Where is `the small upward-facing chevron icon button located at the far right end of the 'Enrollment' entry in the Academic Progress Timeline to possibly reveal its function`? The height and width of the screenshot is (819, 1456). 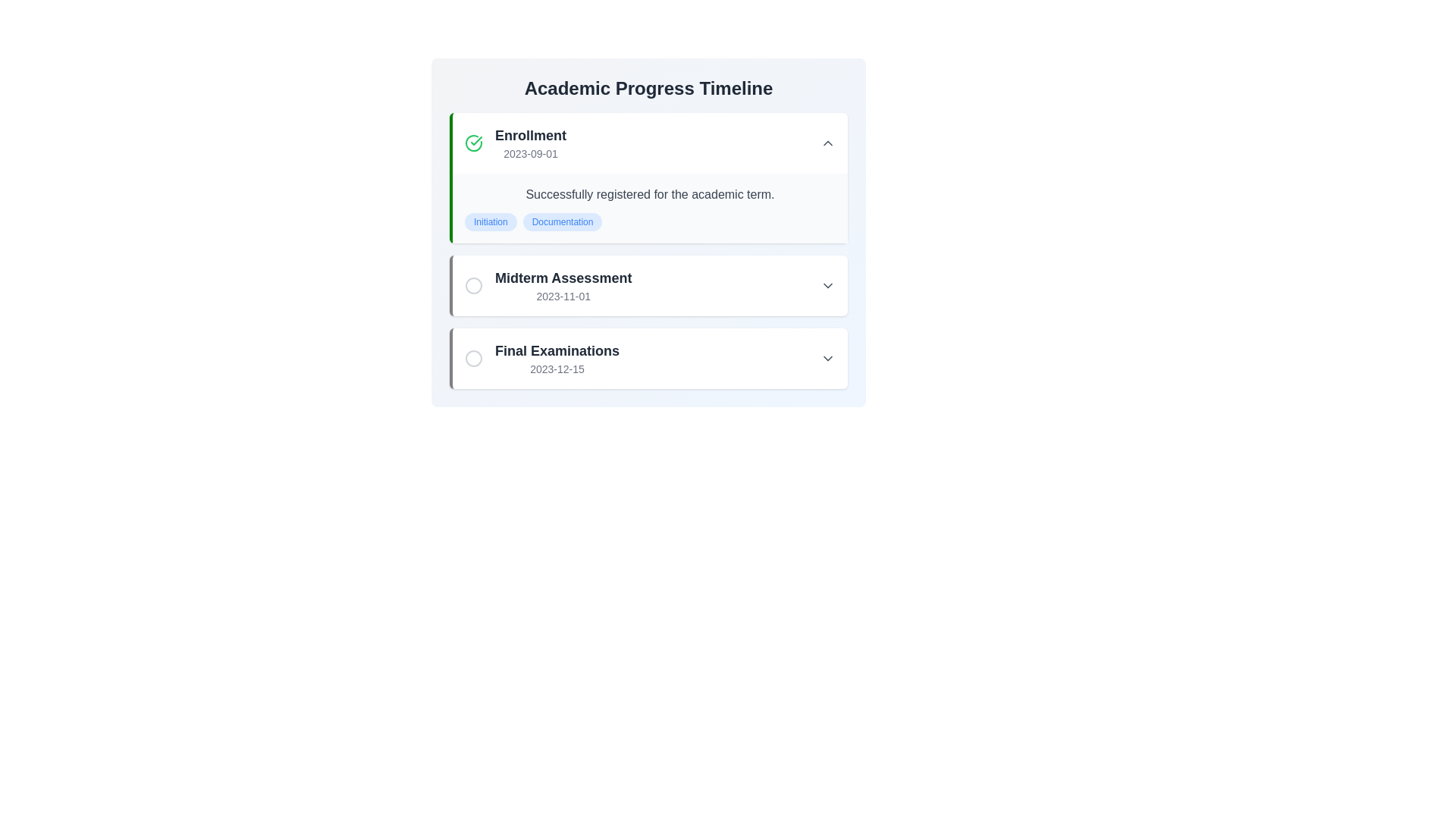
the small upward-facing chevron icon button located at the far right end of the 'Enrollment' entry in the Academic Progress Timeline to possibly reveal its function is located at coordinates (827, 143).